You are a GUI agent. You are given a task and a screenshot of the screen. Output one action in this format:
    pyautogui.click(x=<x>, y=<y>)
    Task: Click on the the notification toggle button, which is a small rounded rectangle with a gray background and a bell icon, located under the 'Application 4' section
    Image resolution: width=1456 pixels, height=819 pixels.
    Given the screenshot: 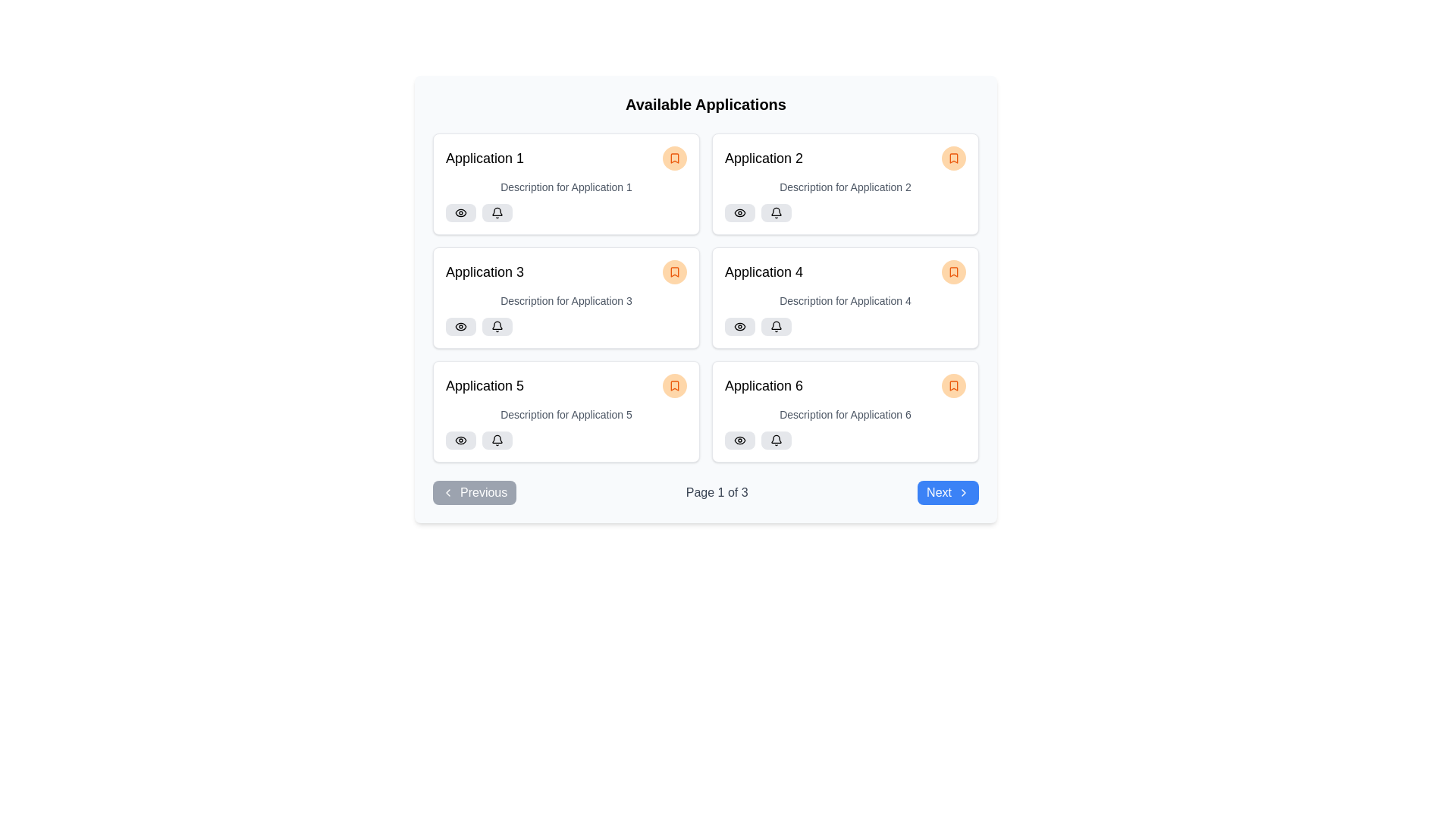 What is the action you would take?
    pyautogui.click(x=776, y=326)
    